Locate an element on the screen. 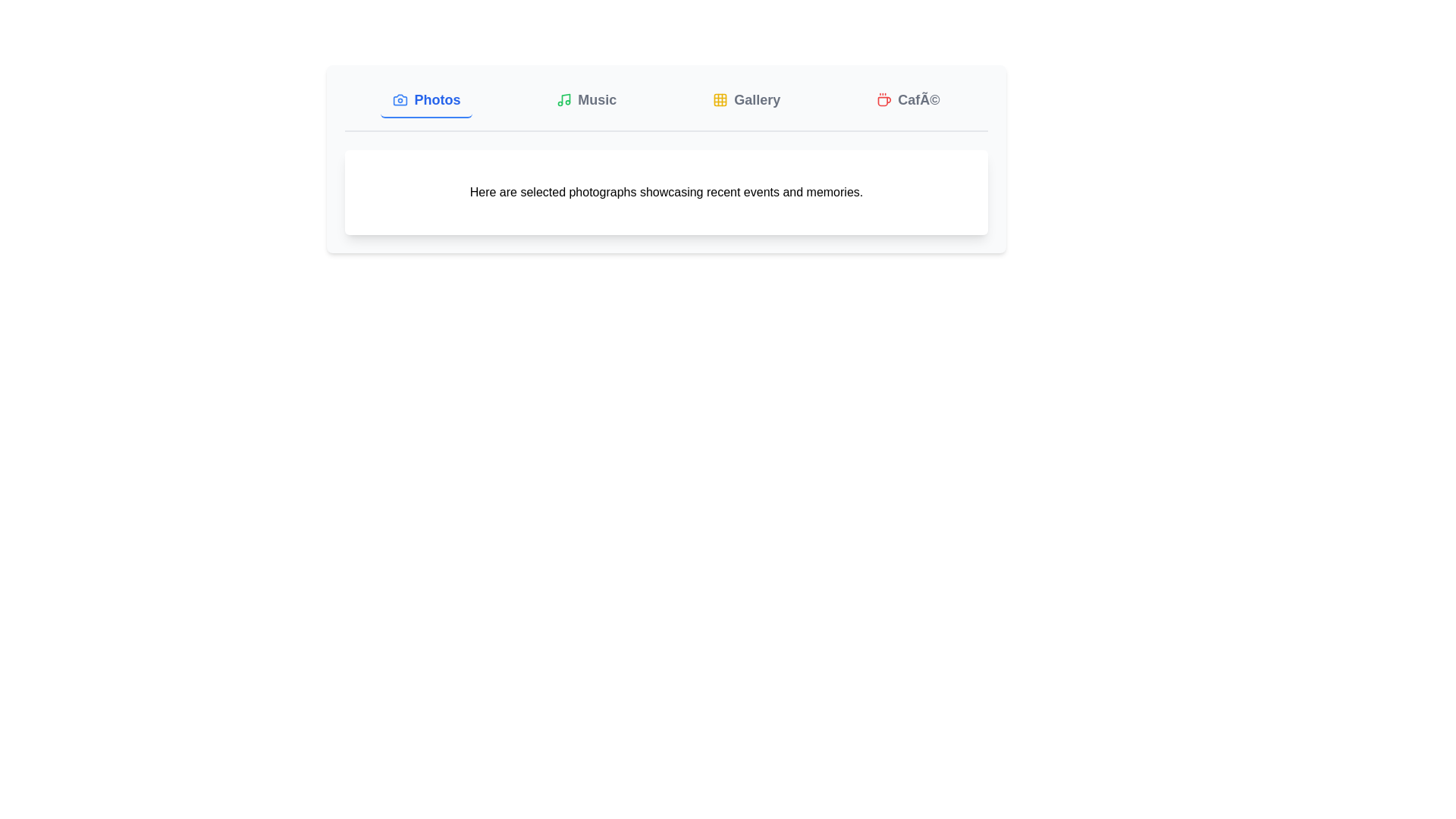 The image size is (1456, 819). the second navigation tab that is located between 'Photos' and 'Gallery' is located at coordinates (585, 100).